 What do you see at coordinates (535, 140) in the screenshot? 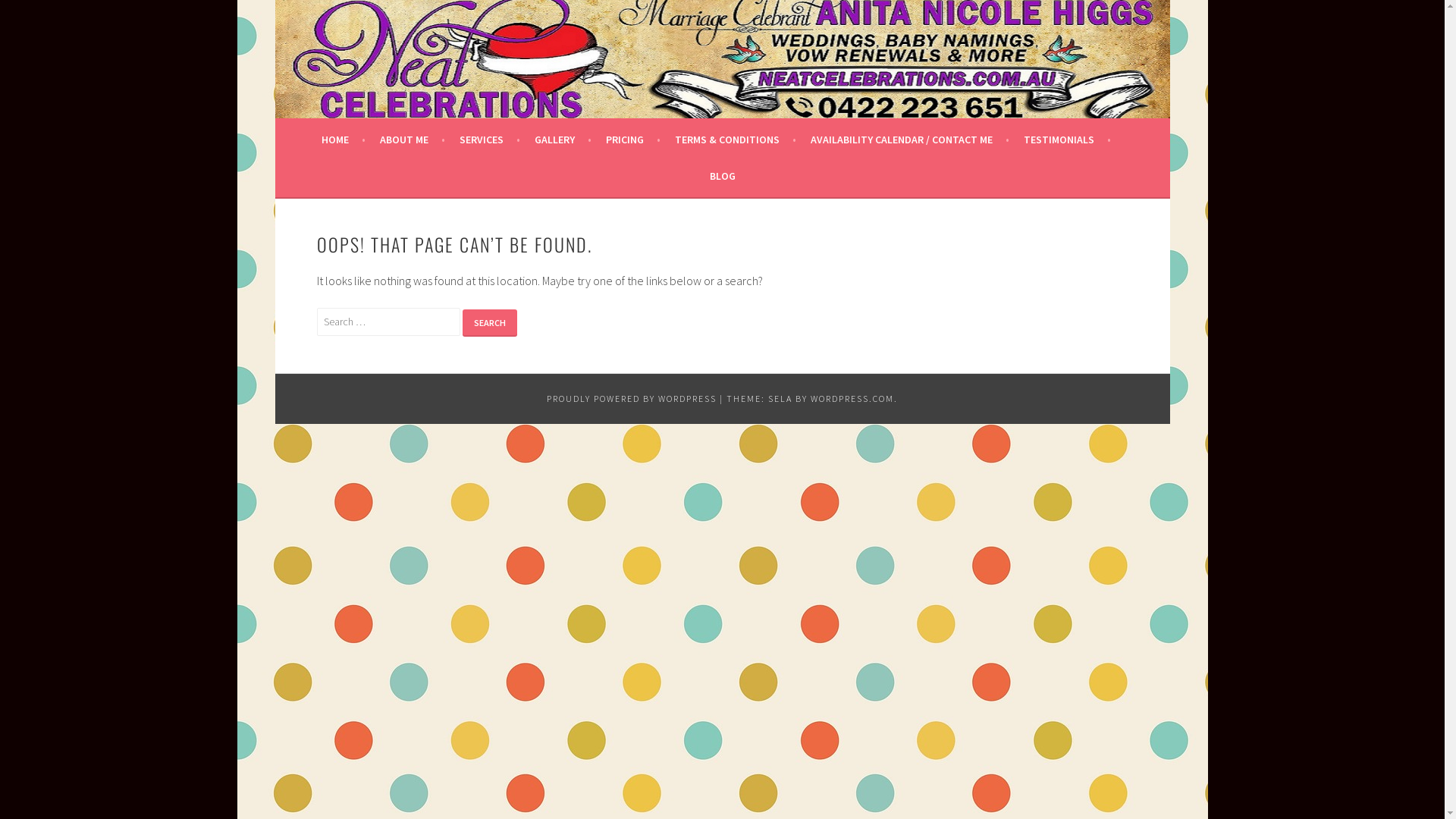
I see `'GALLERY'` at bounding box center [535, 140].